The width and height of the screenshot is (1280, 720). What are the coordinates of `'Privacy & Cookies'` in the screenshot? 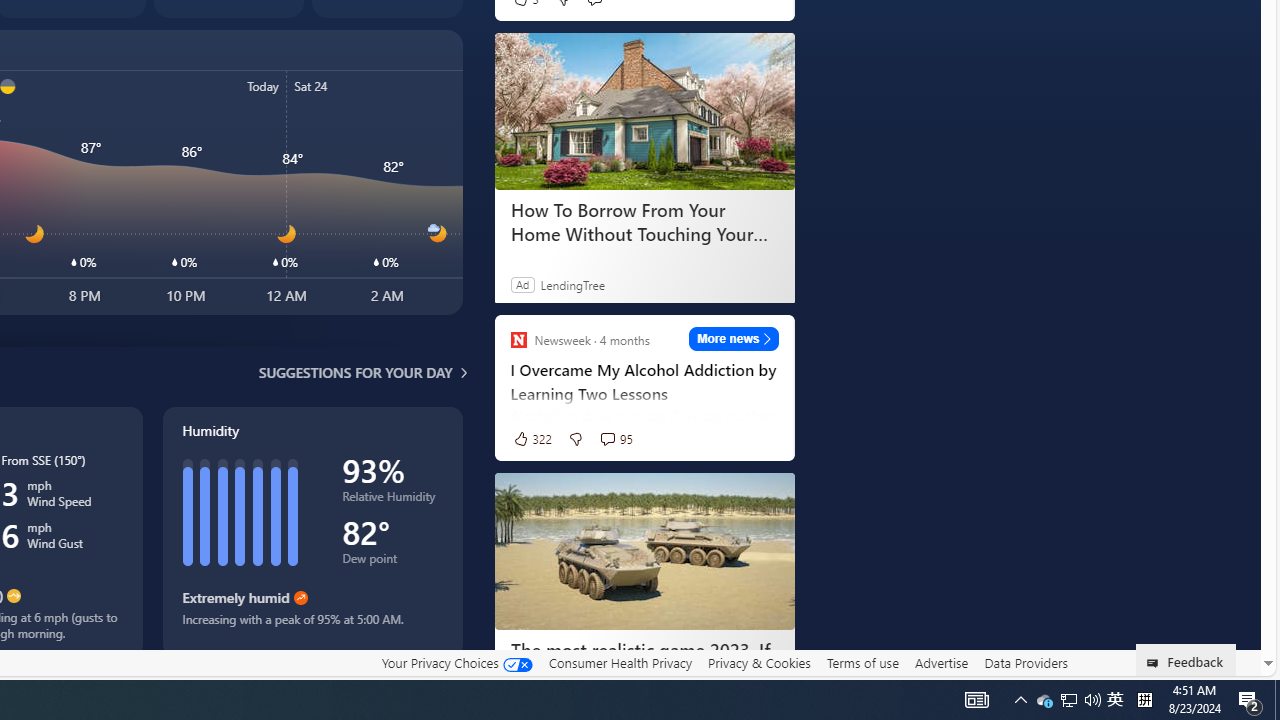 It's located at (758, 662).